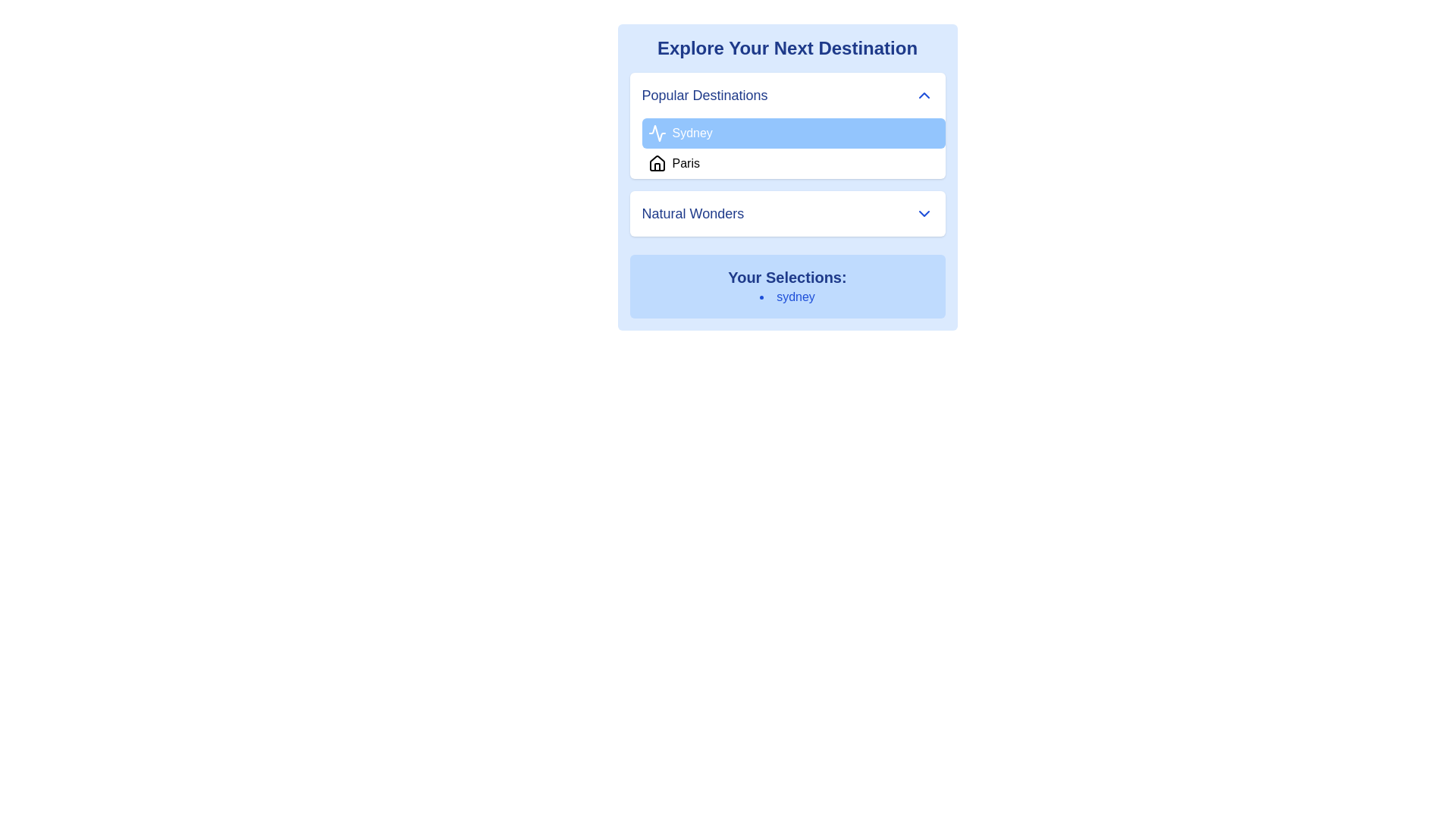 This screenshot has height=819, width=1456. What do you see at coordinates (685, 164) in the screenshot?
I see `the 'Paris' text label, which serves as a selectable destination option in the 'Popular Destinations' section, located to the right of a house-shaped icon` at bounding box center [685, 164].